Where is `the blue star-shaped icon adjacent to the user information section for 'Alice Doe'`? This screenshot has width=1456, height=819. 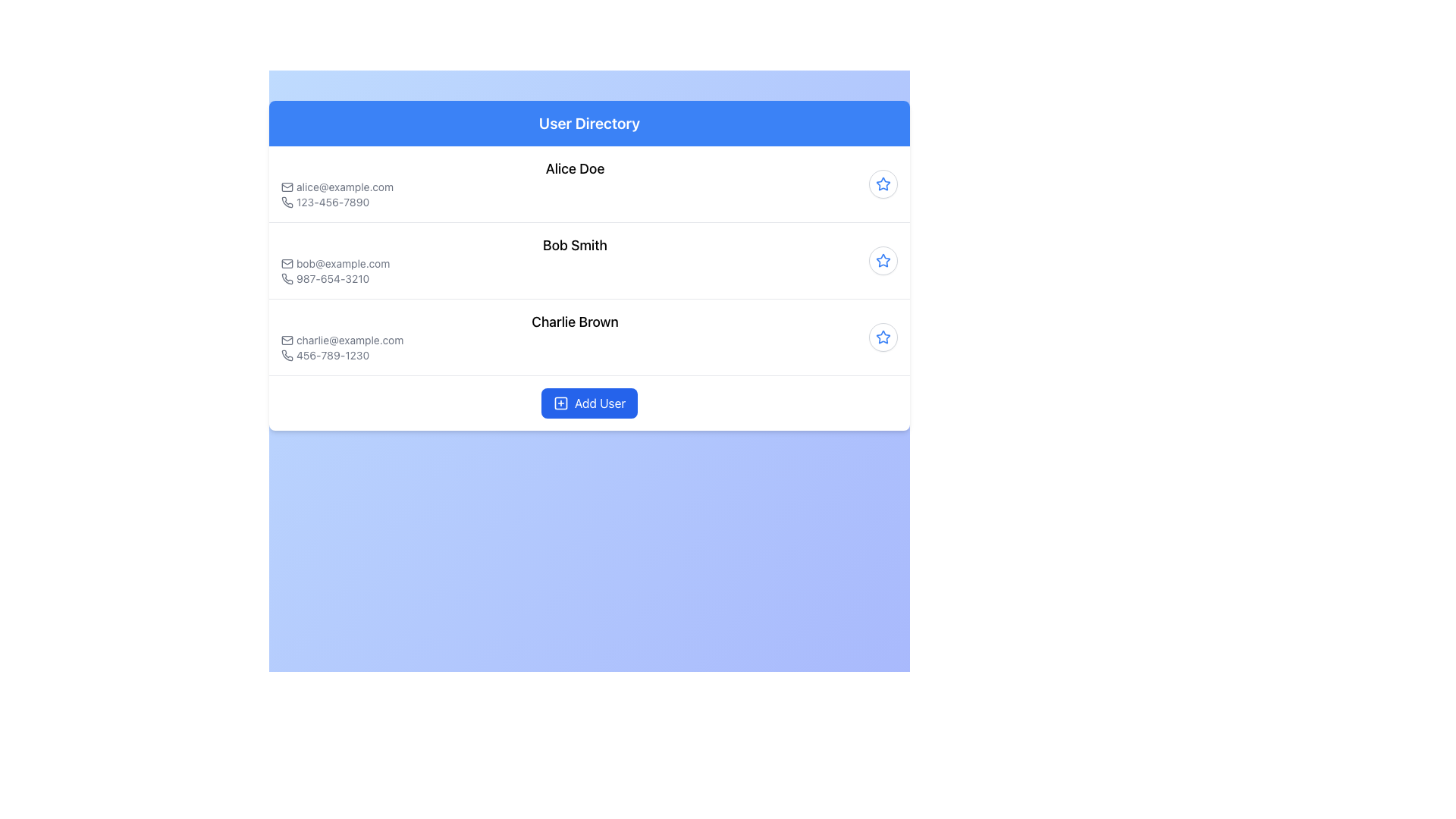 the blue star-shaped icon adjacent to the user information section for 'Alice Doe' is located at coordinates (883, 336).